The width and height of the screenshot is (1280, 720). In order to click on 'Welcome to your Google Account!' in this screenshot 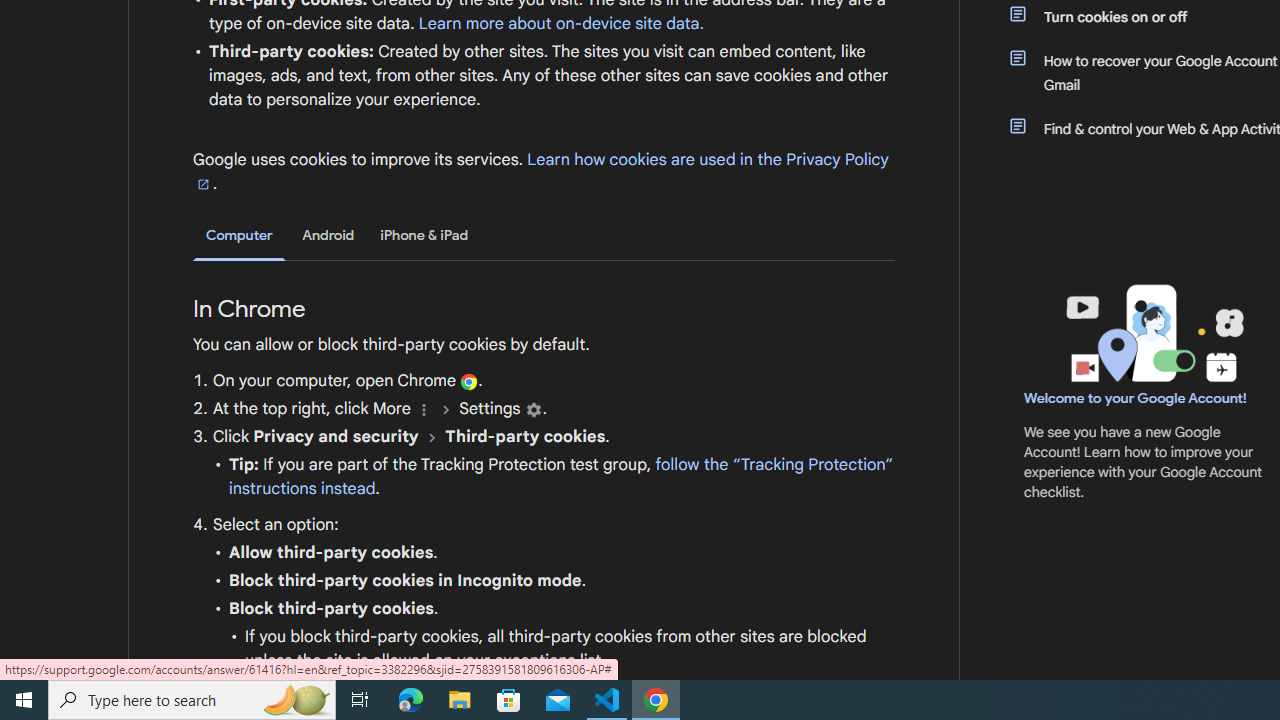, I will do `click(1135, 397)`.